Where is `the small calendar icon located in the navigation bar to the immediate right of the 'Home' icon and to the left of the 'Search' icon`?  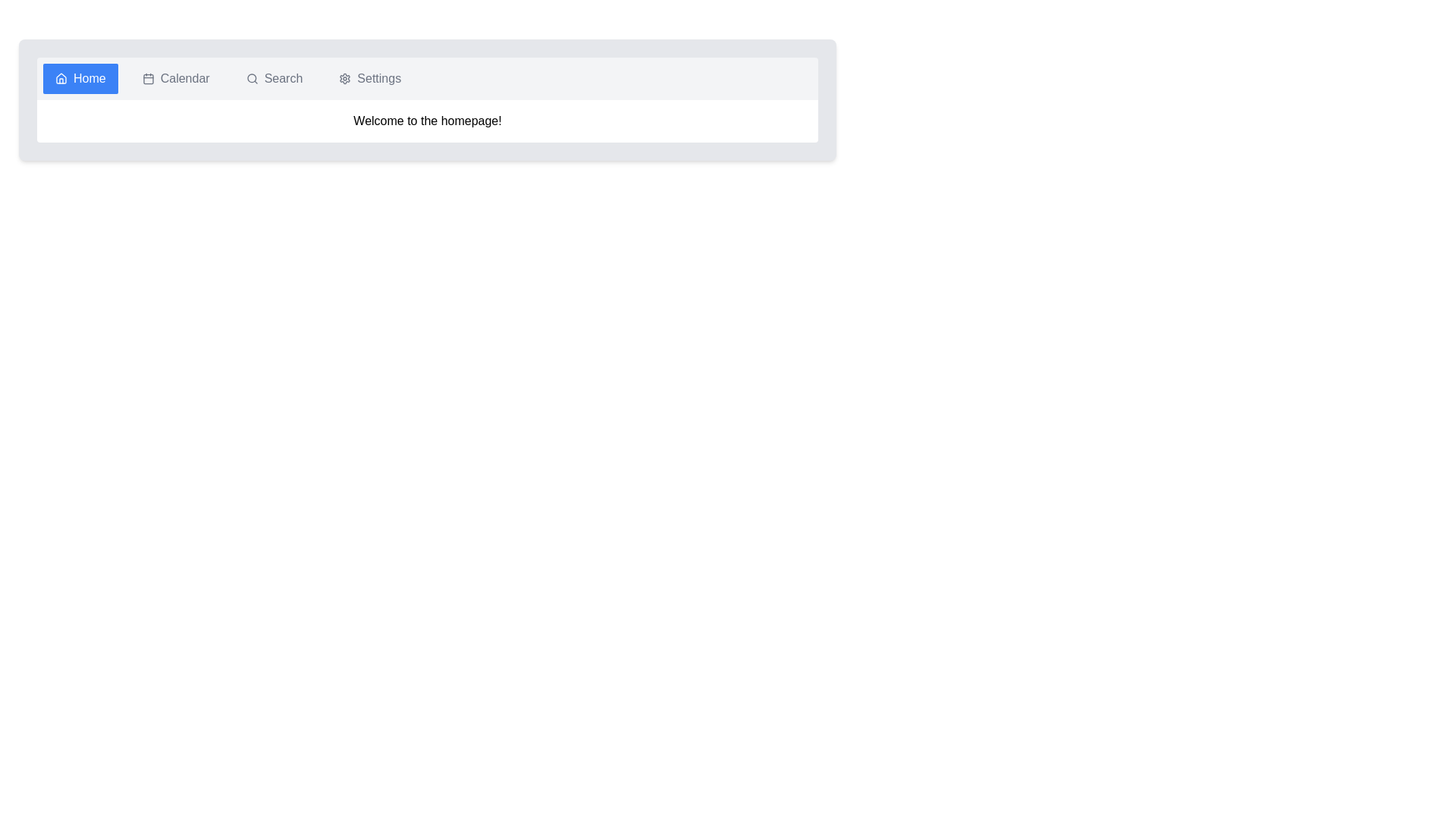 the small calendar icon located in the navigation bar to the immediate right of the 'Home' icon and to the left of the 'Search' icon is located at coordinates (148, 79).